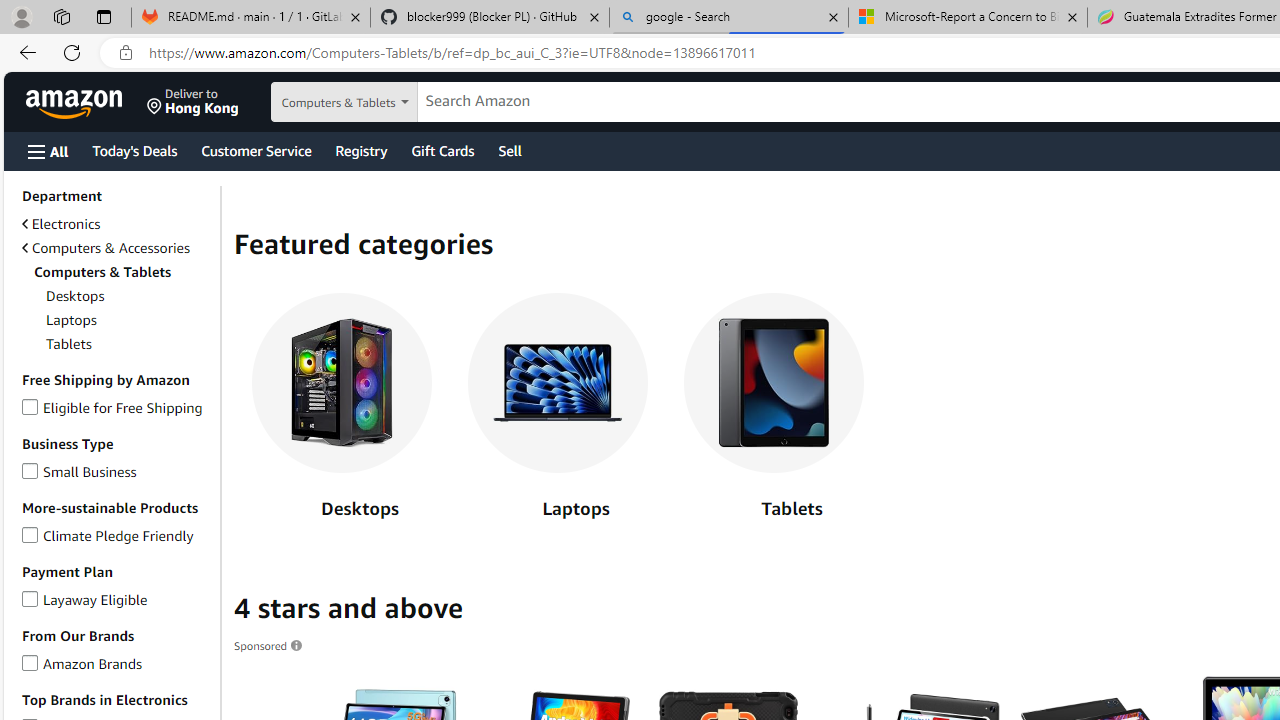 This screenshot has height=720, width=1280. Describe the element at coordinates (104, 247) in the screenshot. I see `'Computers & Accessories'` at that location.